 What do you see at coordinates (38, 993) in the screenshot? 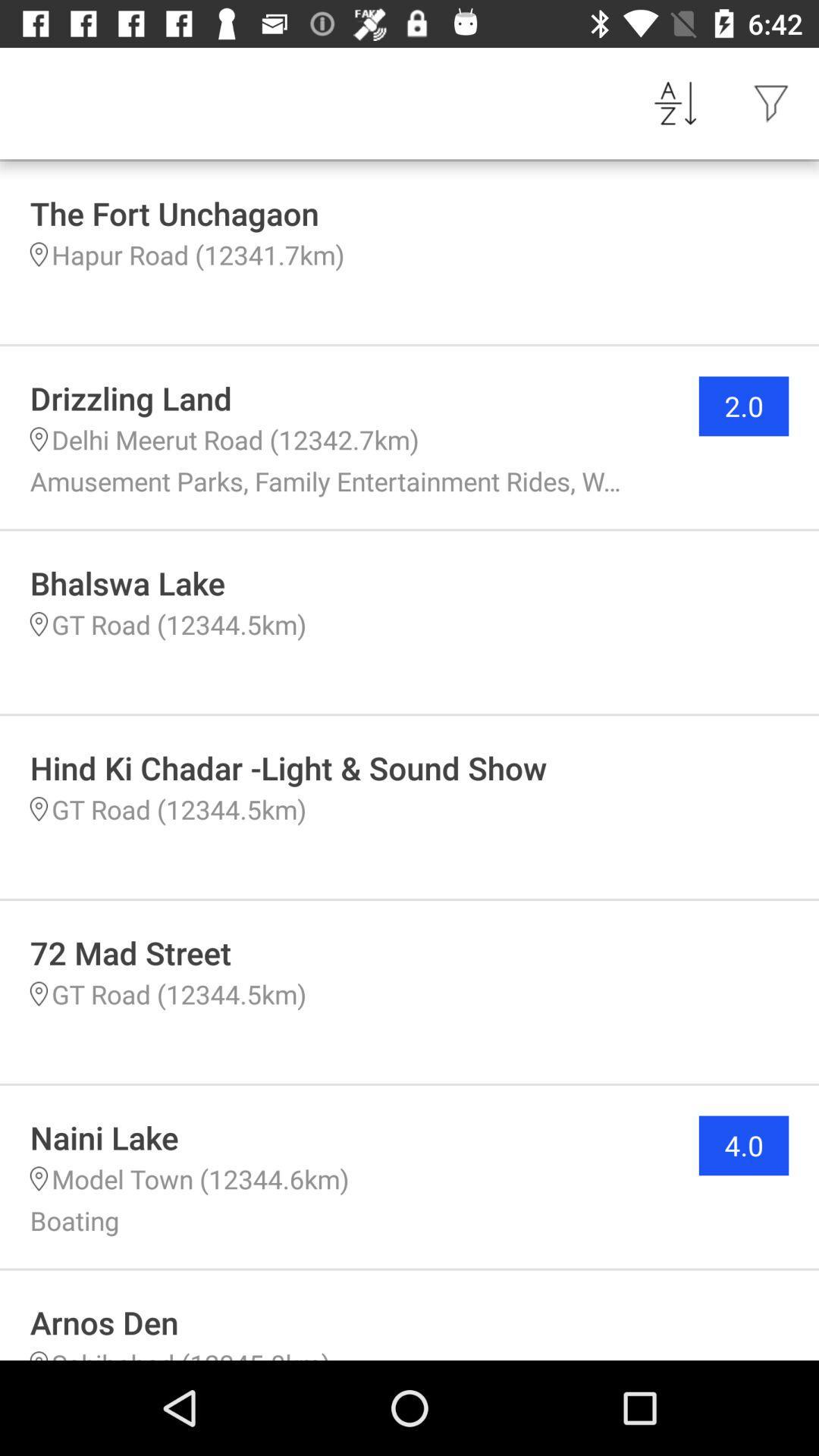
I see `the navigation icon below 72 mad street` at bounding box center [38, 993].